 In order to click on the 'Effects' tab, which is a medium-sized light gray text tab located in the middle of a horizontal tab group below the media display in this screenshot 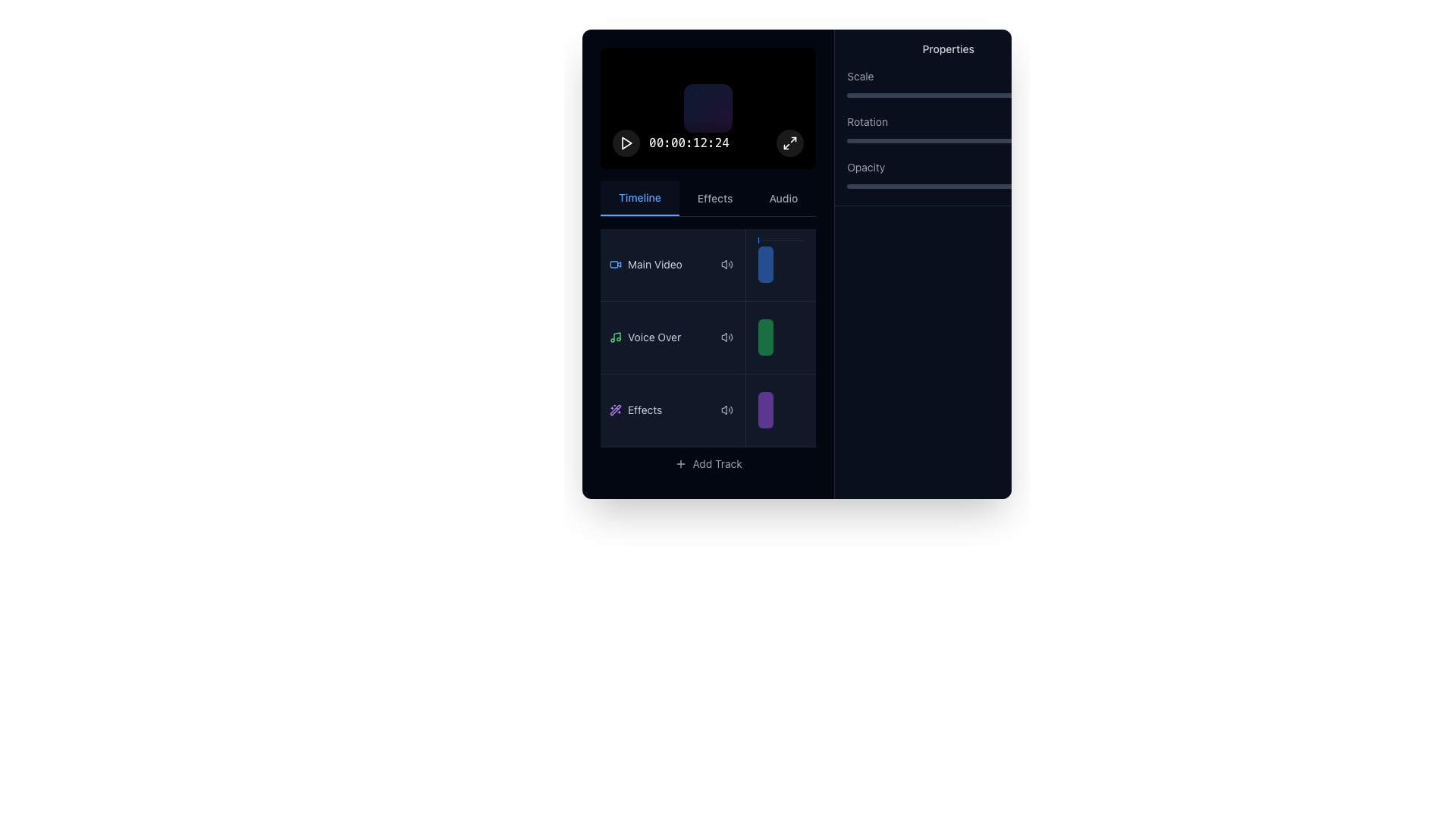, I will do `click(714, 197)`.